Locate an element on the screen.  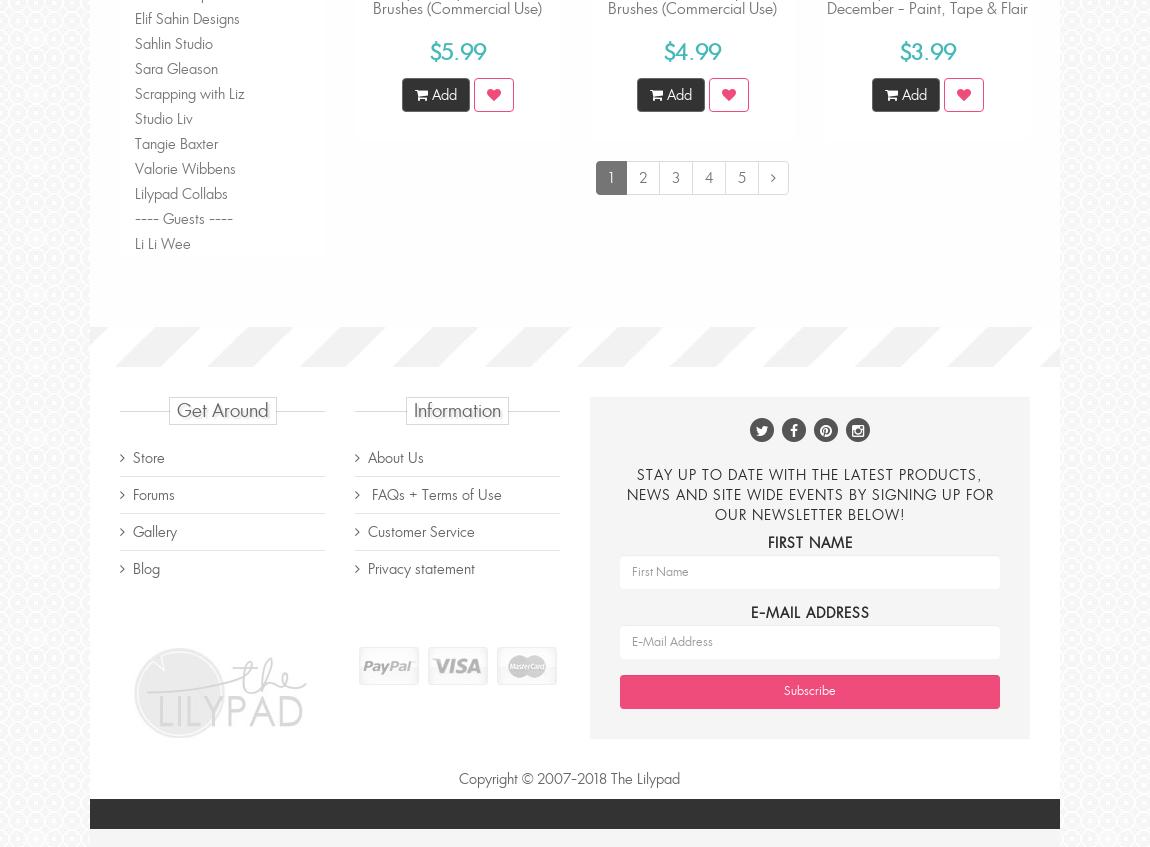
'Store' is located at coordinates (148, 456).